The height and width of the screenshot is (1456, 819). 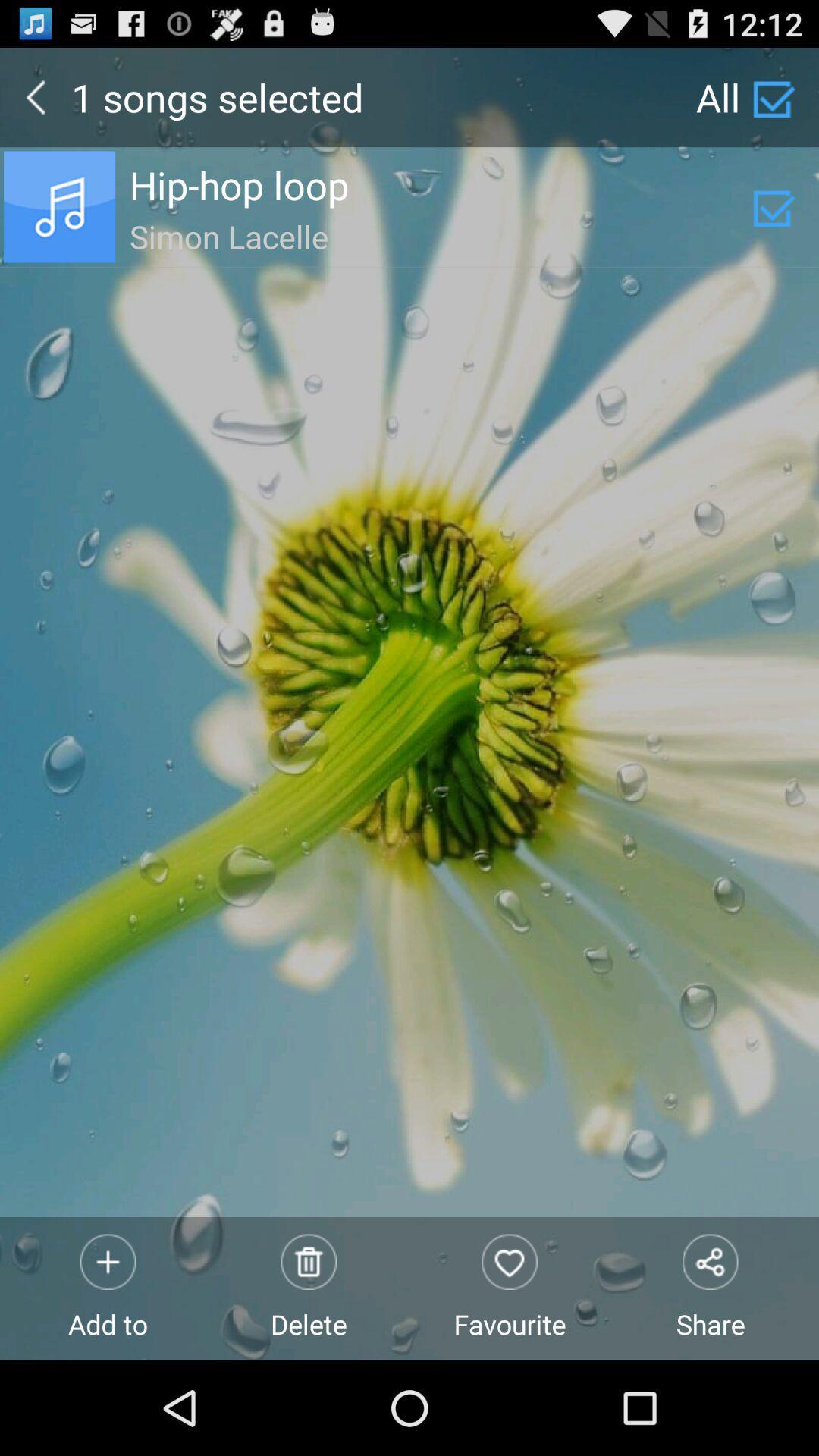 What do you see at coordinates (510, 1288) in the screenshot?
I see `app to the left of share app` at bounding box center [510, 1288].